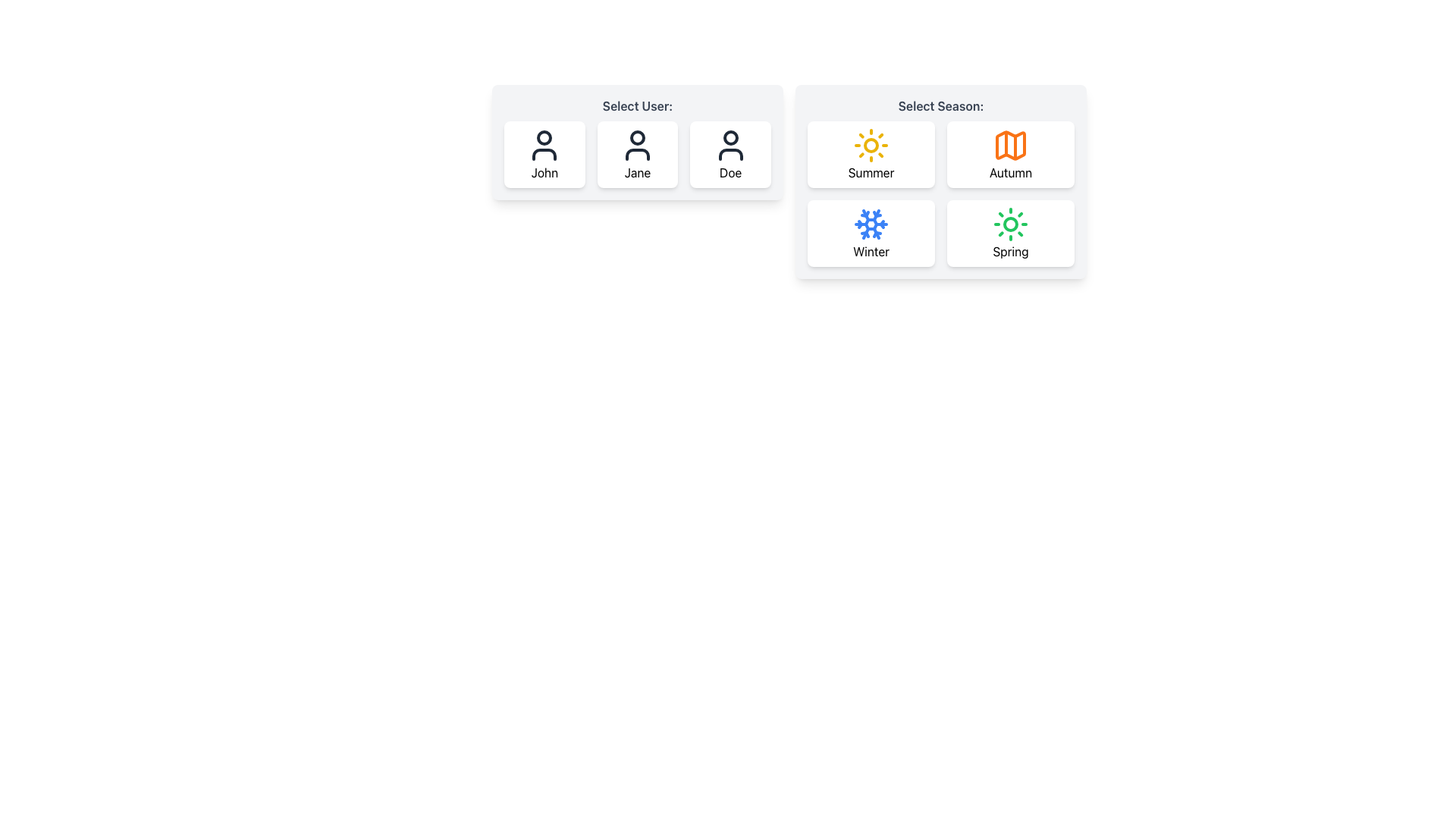 Image resolution: width=1456 pixels, height=819 pixels. Describe the element at coordinates (730, 155) in the screenshot. I see `the lower portion of the SVG icon representing the user 'Doe'` at that location.